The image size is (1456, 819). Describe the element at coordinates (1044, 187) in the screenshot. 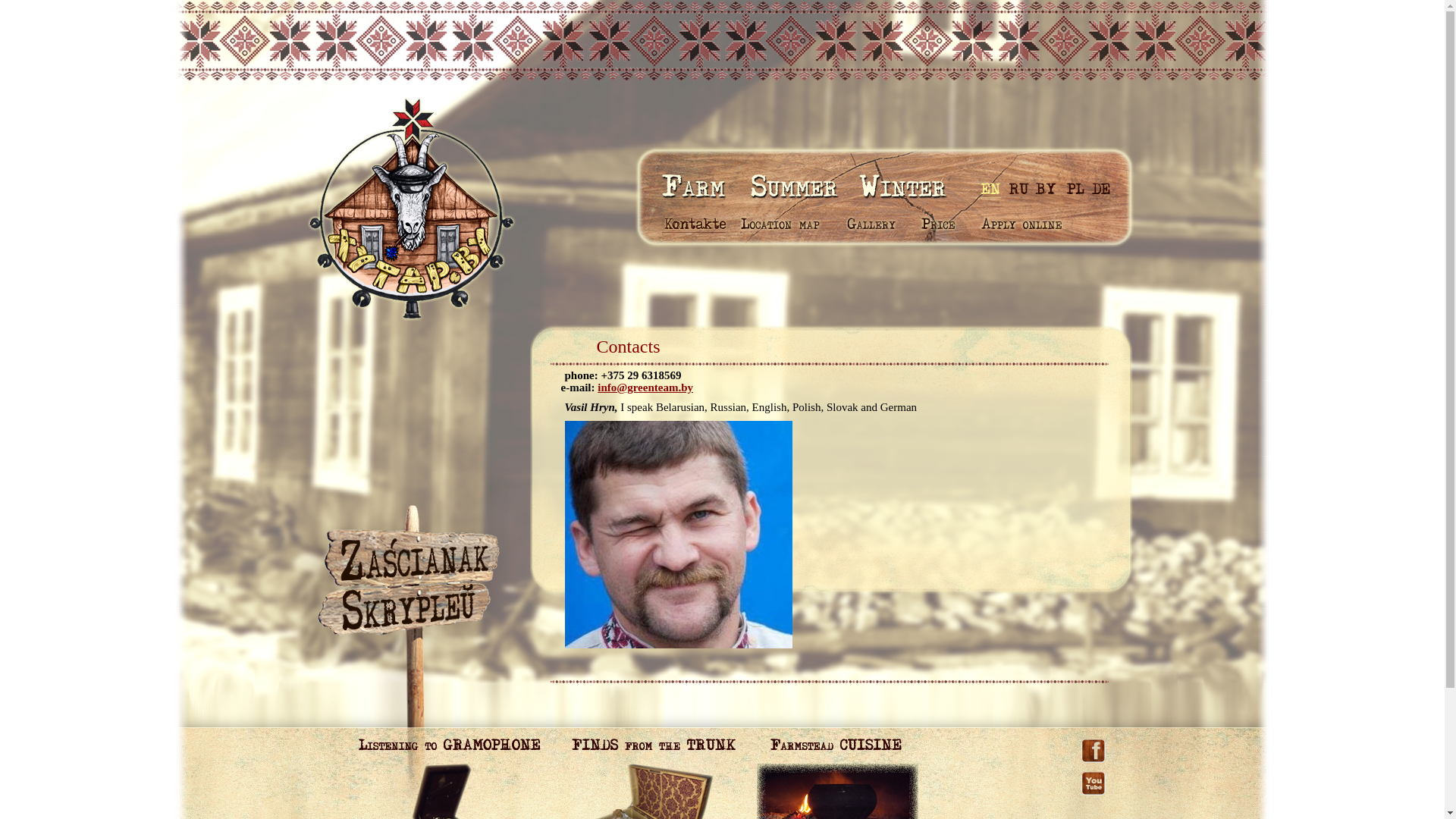

I see `'BY'` at that location.